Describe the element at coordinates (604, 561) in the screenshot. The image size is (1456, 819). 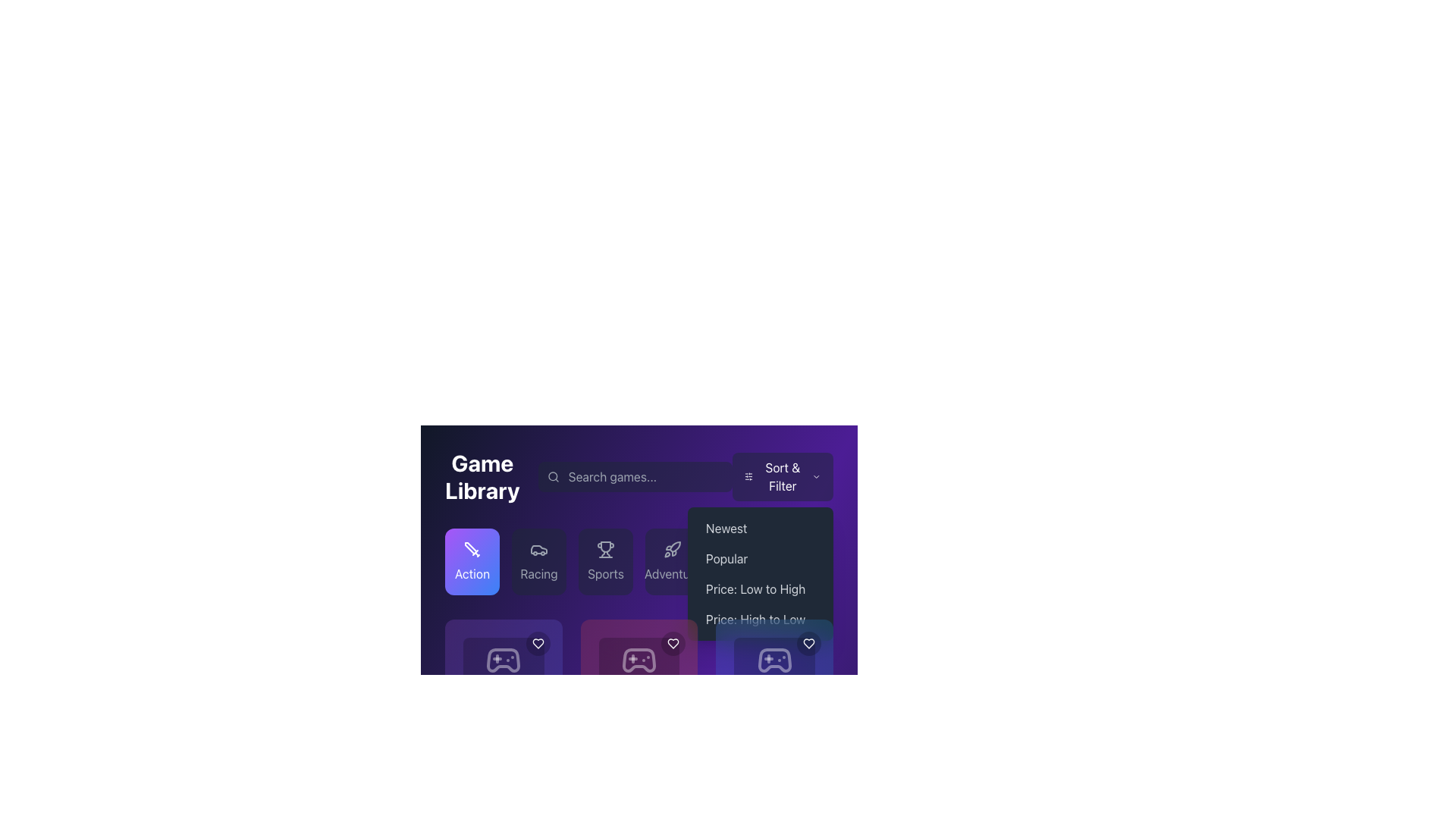
I see `the 'Sports' button, which is the third button in a grid layout, to filter or navigate to the Sports category in the game library interface` at that location.